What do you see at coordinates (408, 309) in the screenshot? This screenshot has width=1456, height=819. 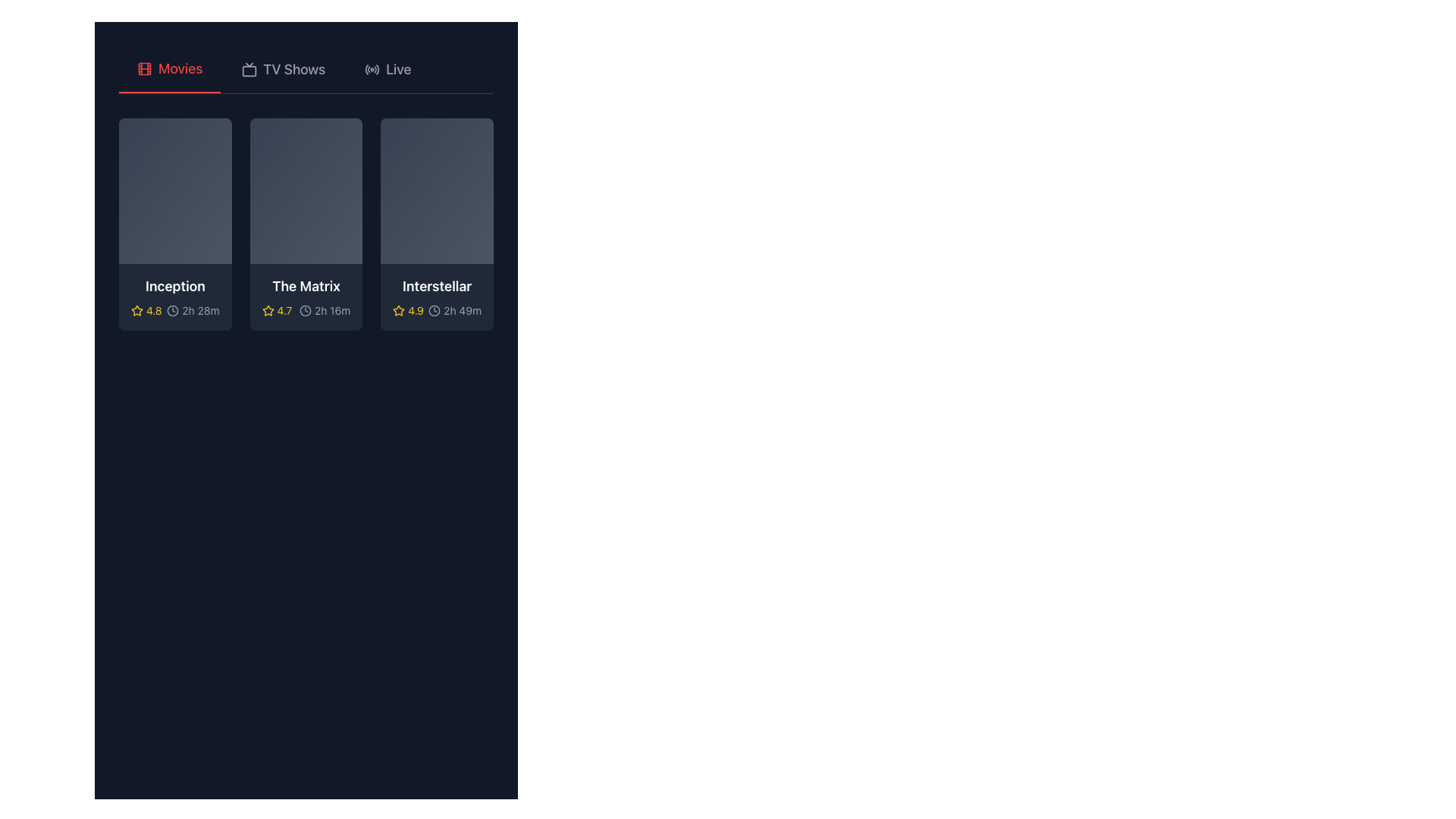 I see `viewer rating score text label for the movie 'Interstellar', which is located below the movie title and adjacent to a yellow star icon` at bounding box center [408, 309].